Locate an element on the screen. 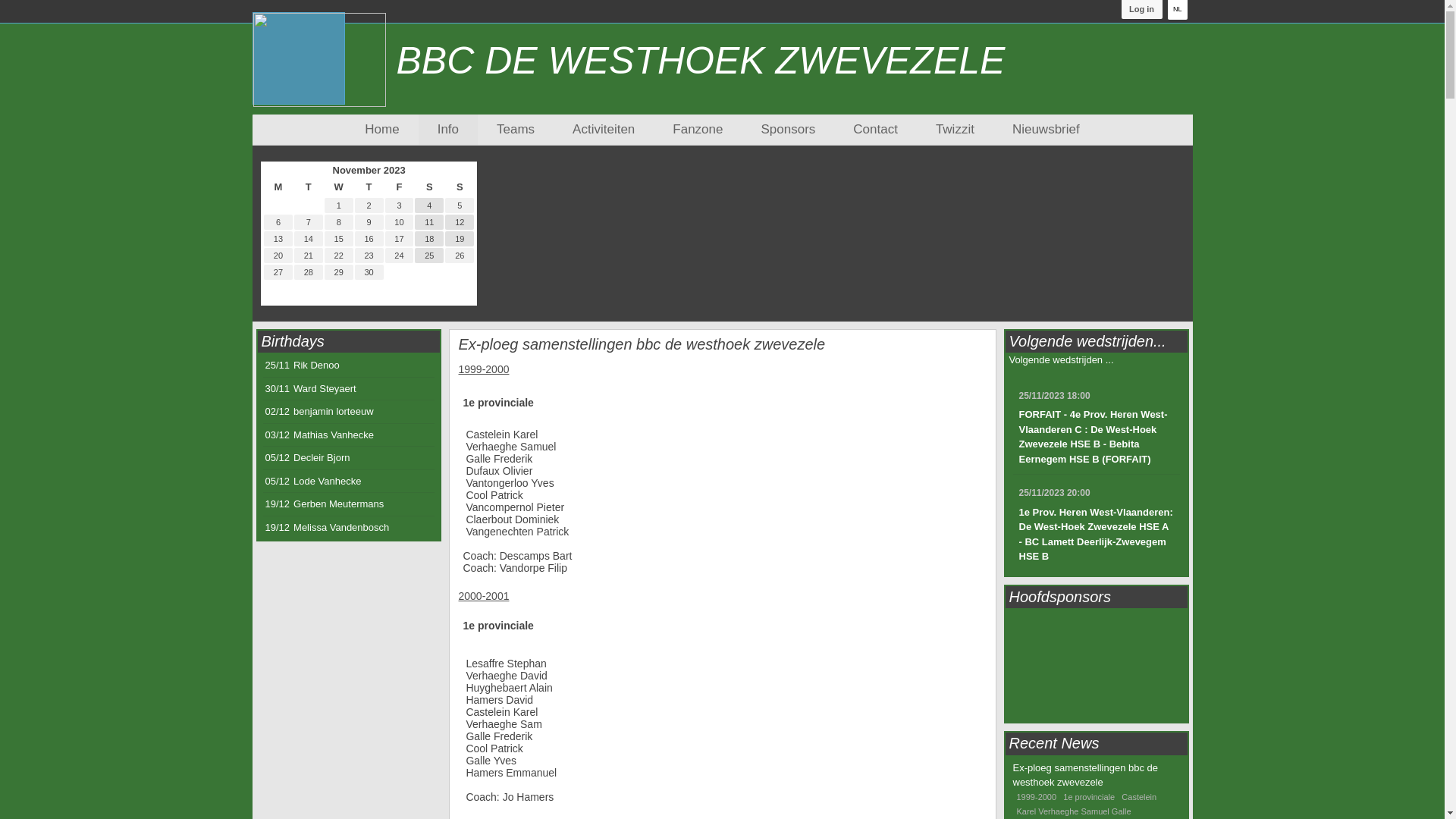  'Home' is located at coordinates (364, 128).